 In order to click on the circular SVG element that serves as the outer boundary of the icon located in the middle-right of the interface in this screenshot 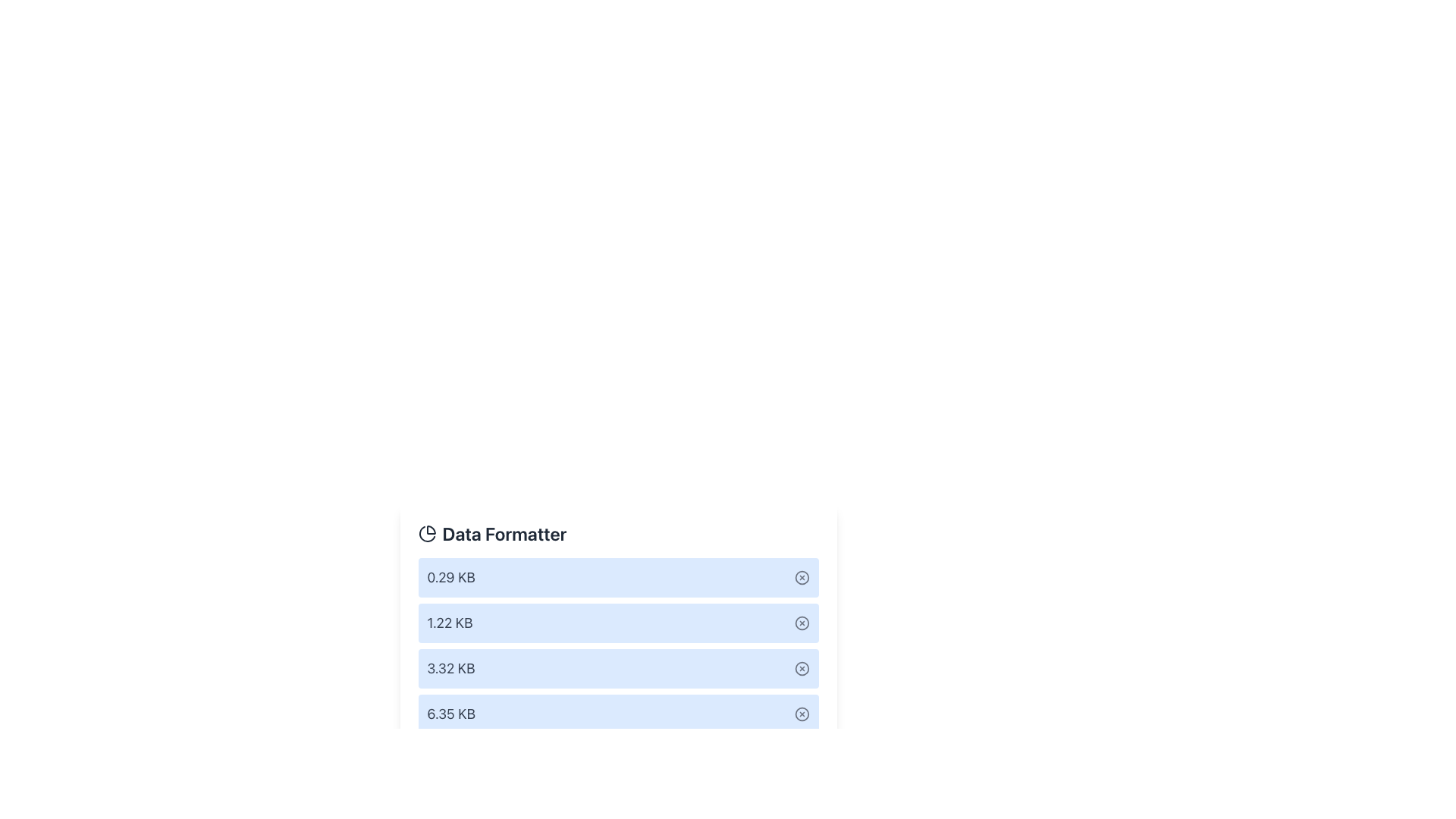, I will do `click(801, 668)`.